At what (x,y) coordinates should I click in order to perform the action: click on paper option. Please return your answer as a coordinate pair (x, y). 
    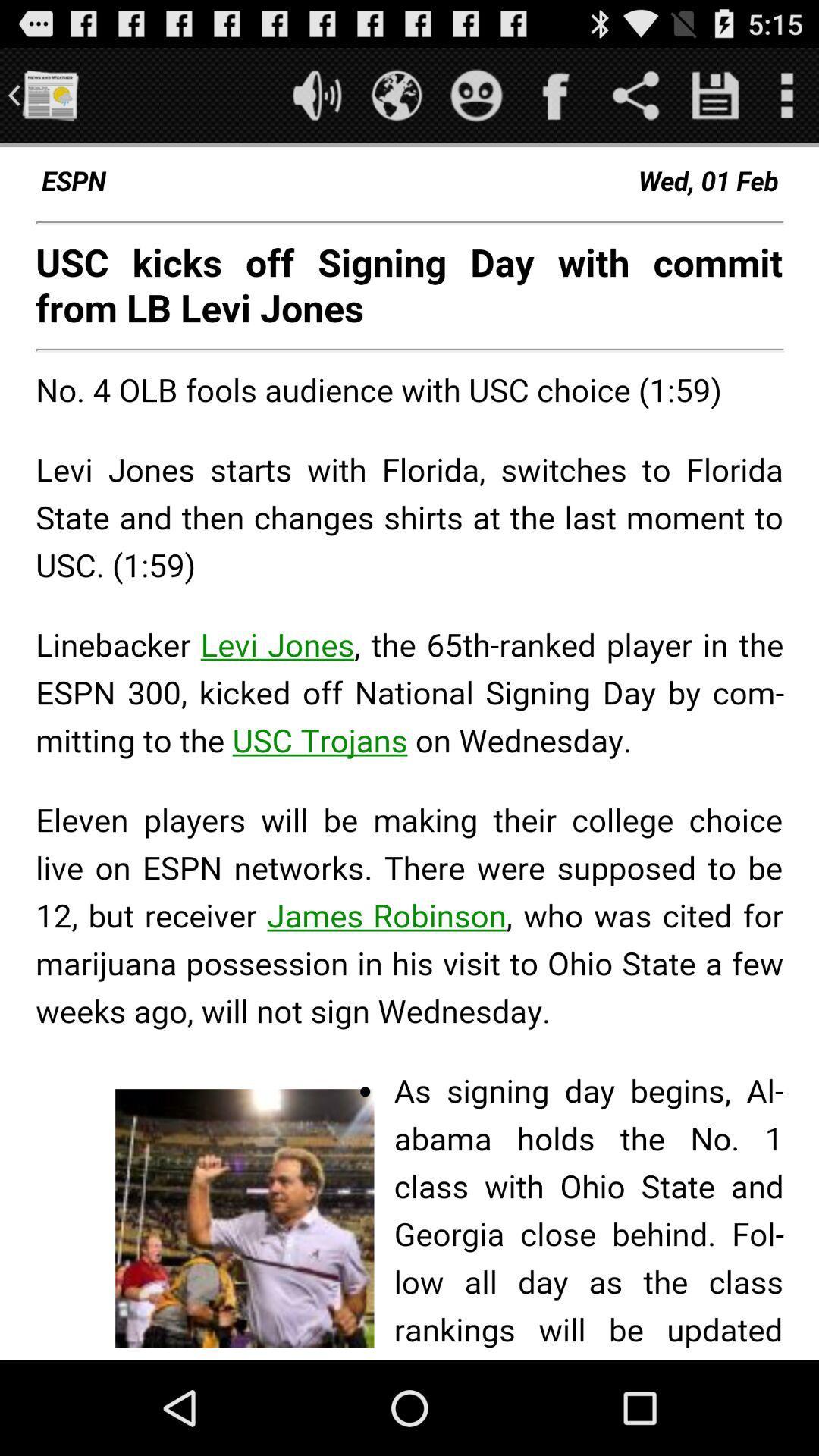
    Looking at the image, I should click on (49, 94).